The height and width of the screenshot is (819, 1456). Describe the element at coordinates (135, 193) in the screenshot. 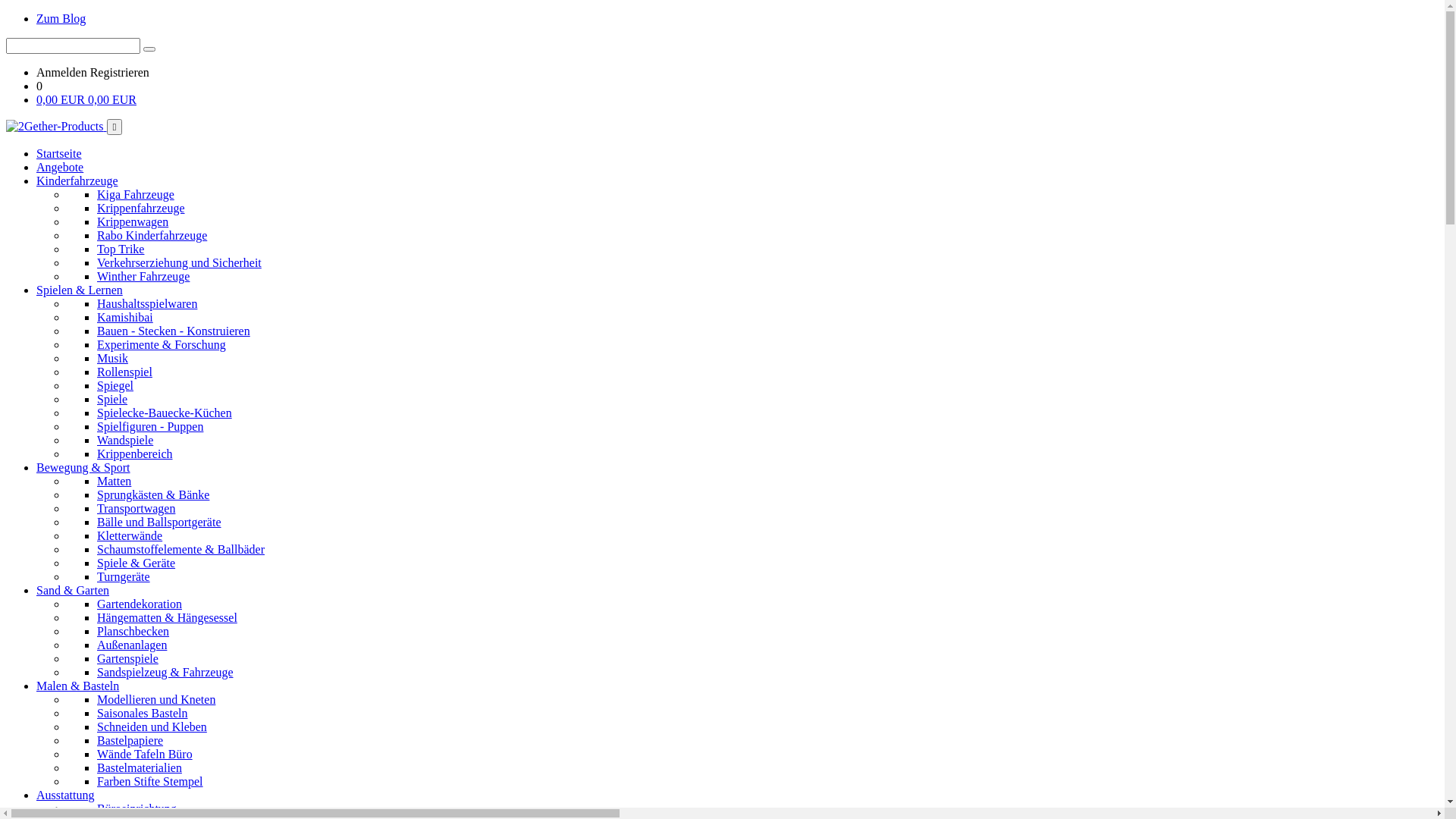

I see `'Kiga Fahrzeuge'` at that location.